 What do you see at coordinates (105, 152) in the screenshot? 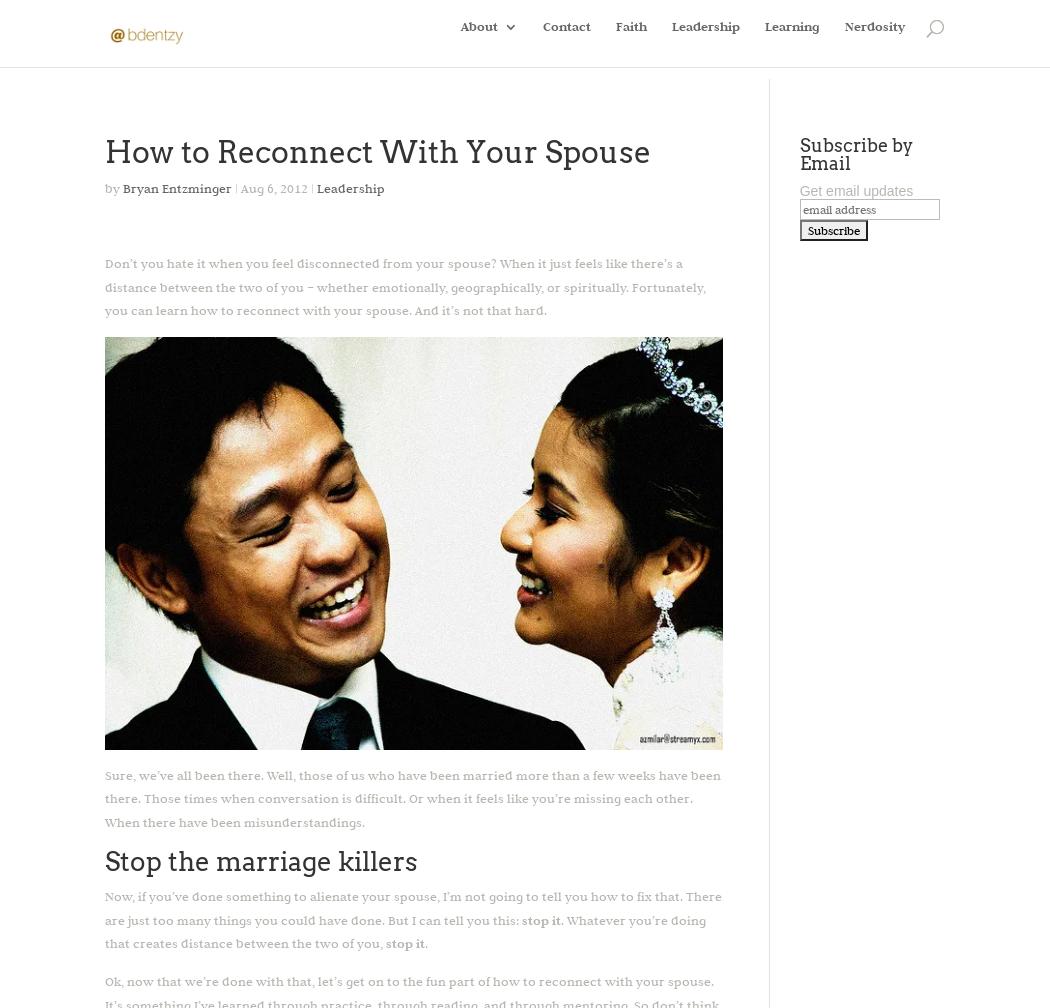
I see `'How to Reconnect With Your Spouse'` at bounding box center [105, 152].